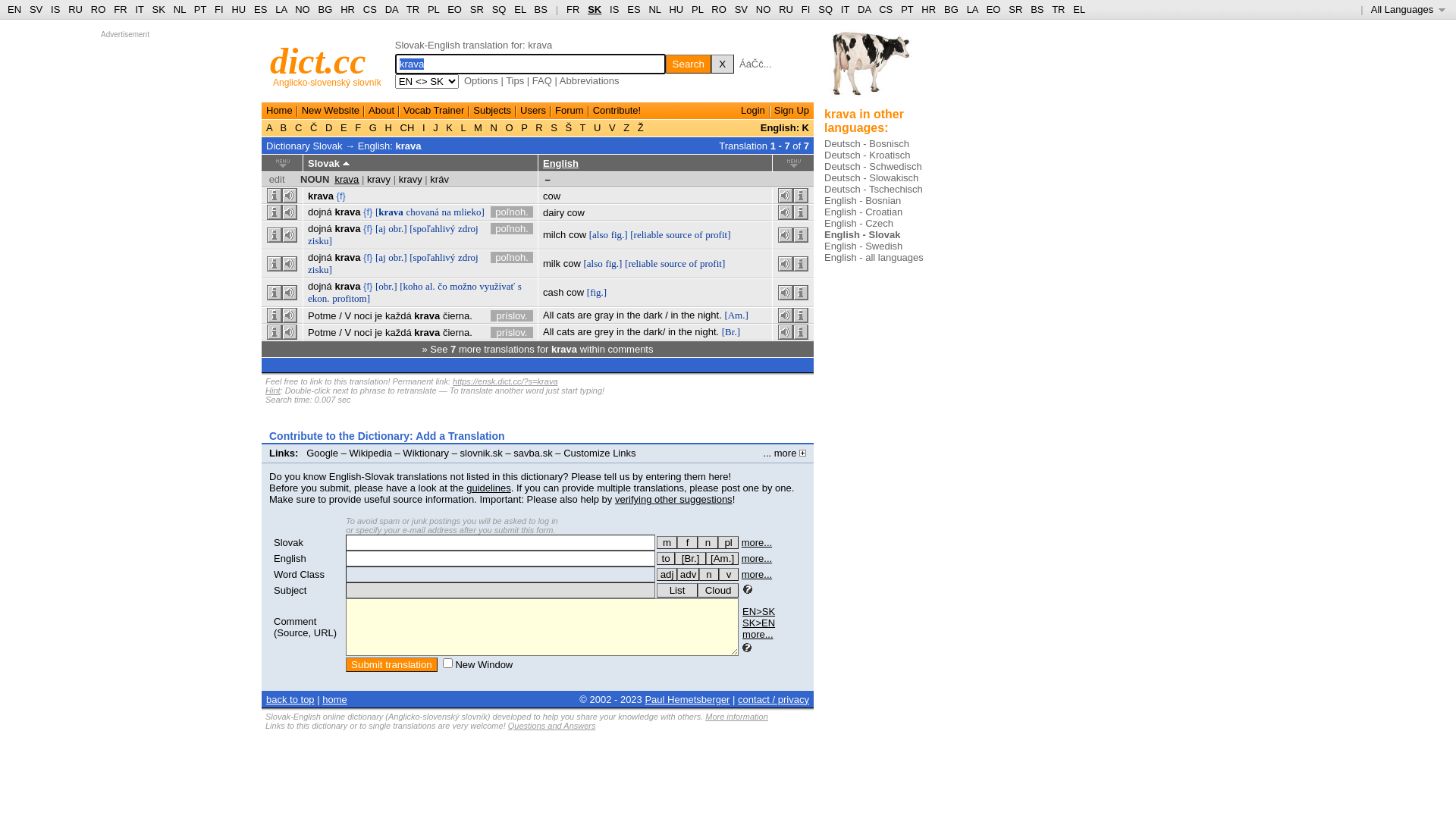  I want to click on 'T', so click(582, 127).